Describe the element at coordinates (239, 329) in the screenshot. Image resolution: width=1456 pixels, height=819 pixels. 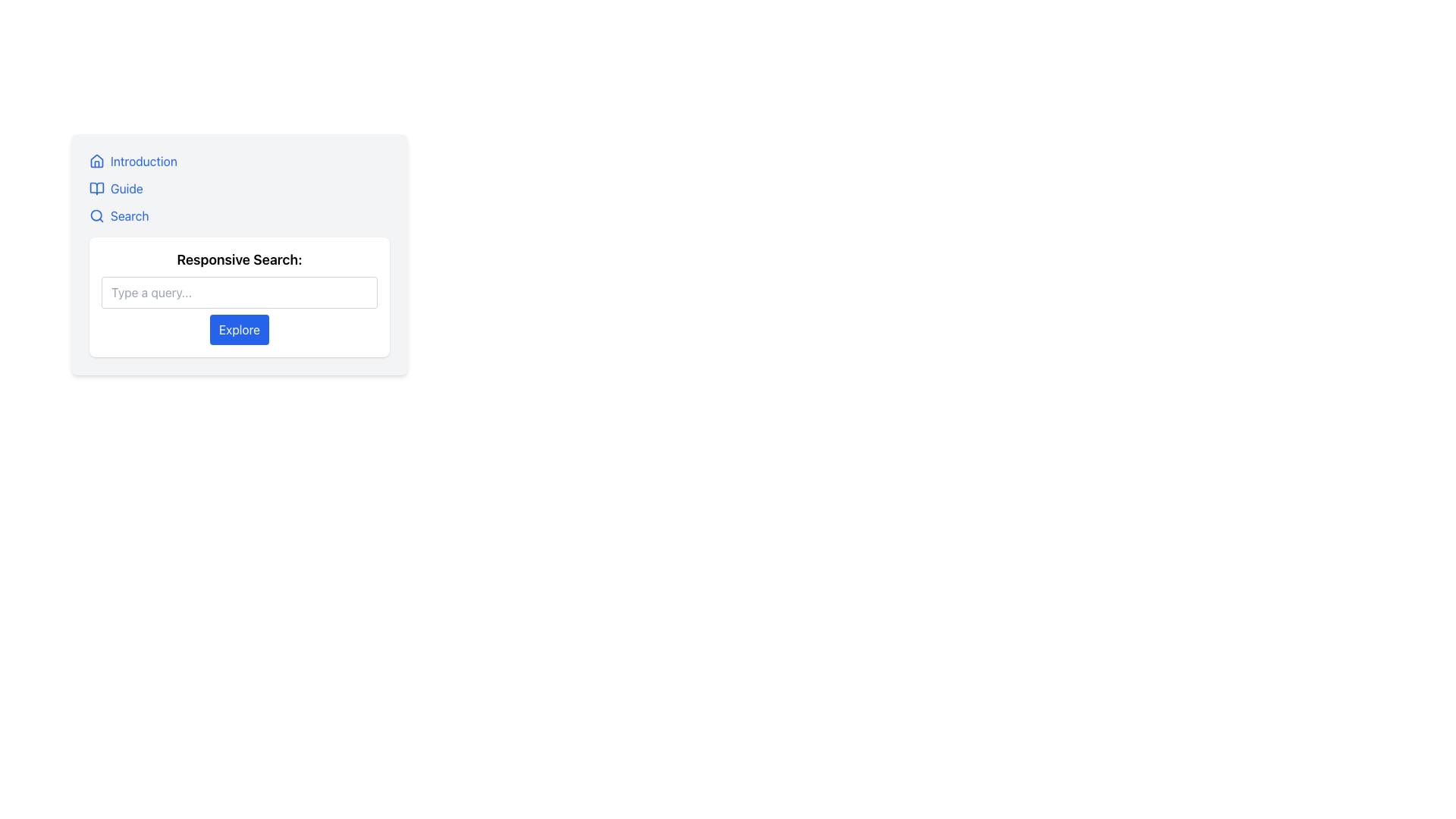
I see `the button located below the input field labeled 'Type a query...' and the heading 'Responsive Search:' to trigger a hover effect` at that location.